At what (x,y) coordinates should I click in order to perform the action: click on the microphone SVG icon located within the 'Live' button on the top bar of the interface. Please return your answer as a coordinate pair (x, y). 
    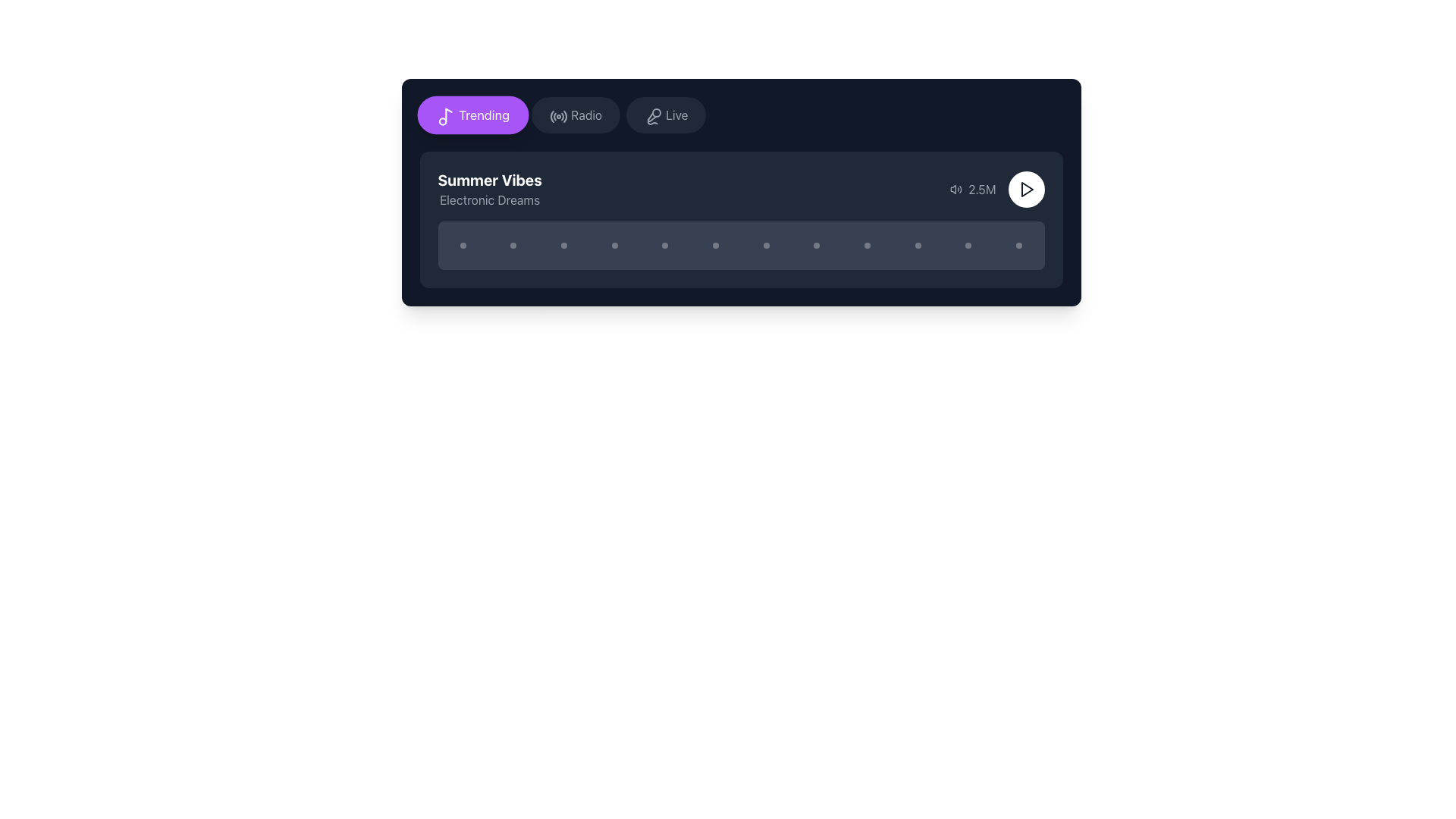
    Looking at the image, I should click on (654, 116).